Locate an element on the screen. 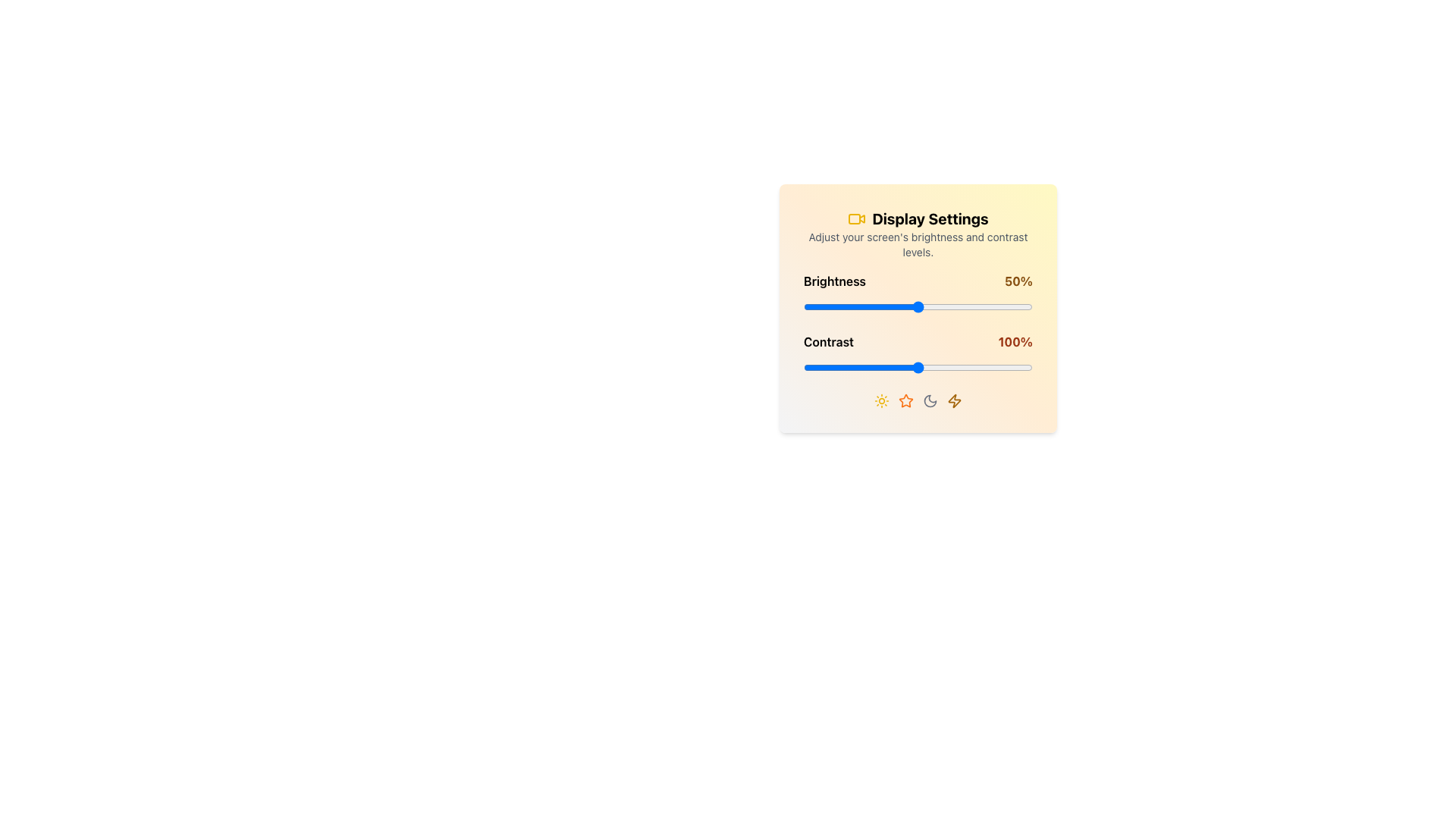 This screenshot has height=819, width=1456. the brightness is located at coordinates (810, 307).